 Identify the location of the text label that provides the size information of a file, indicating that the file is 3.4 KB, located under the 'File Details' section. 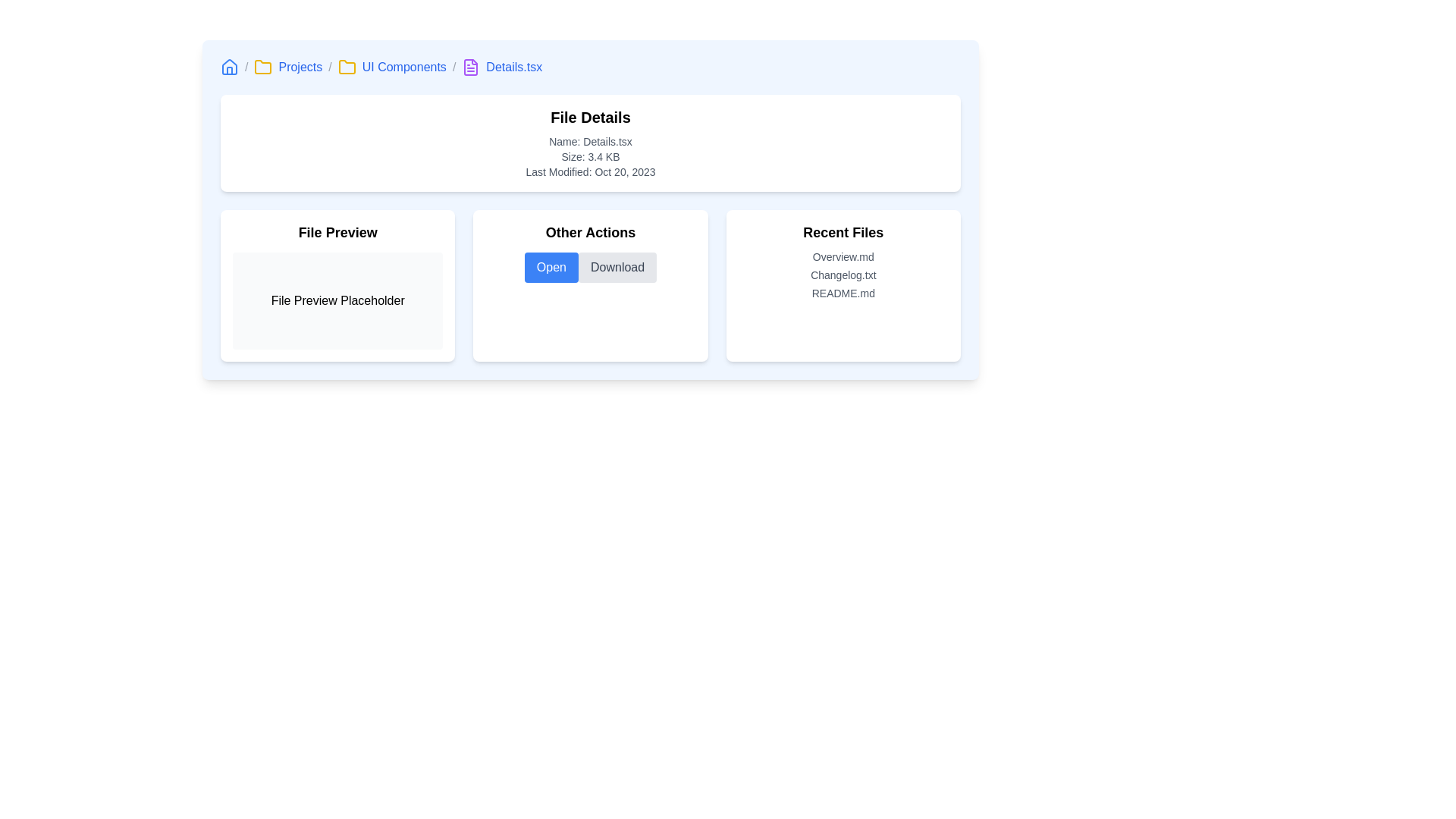
(589, 157).